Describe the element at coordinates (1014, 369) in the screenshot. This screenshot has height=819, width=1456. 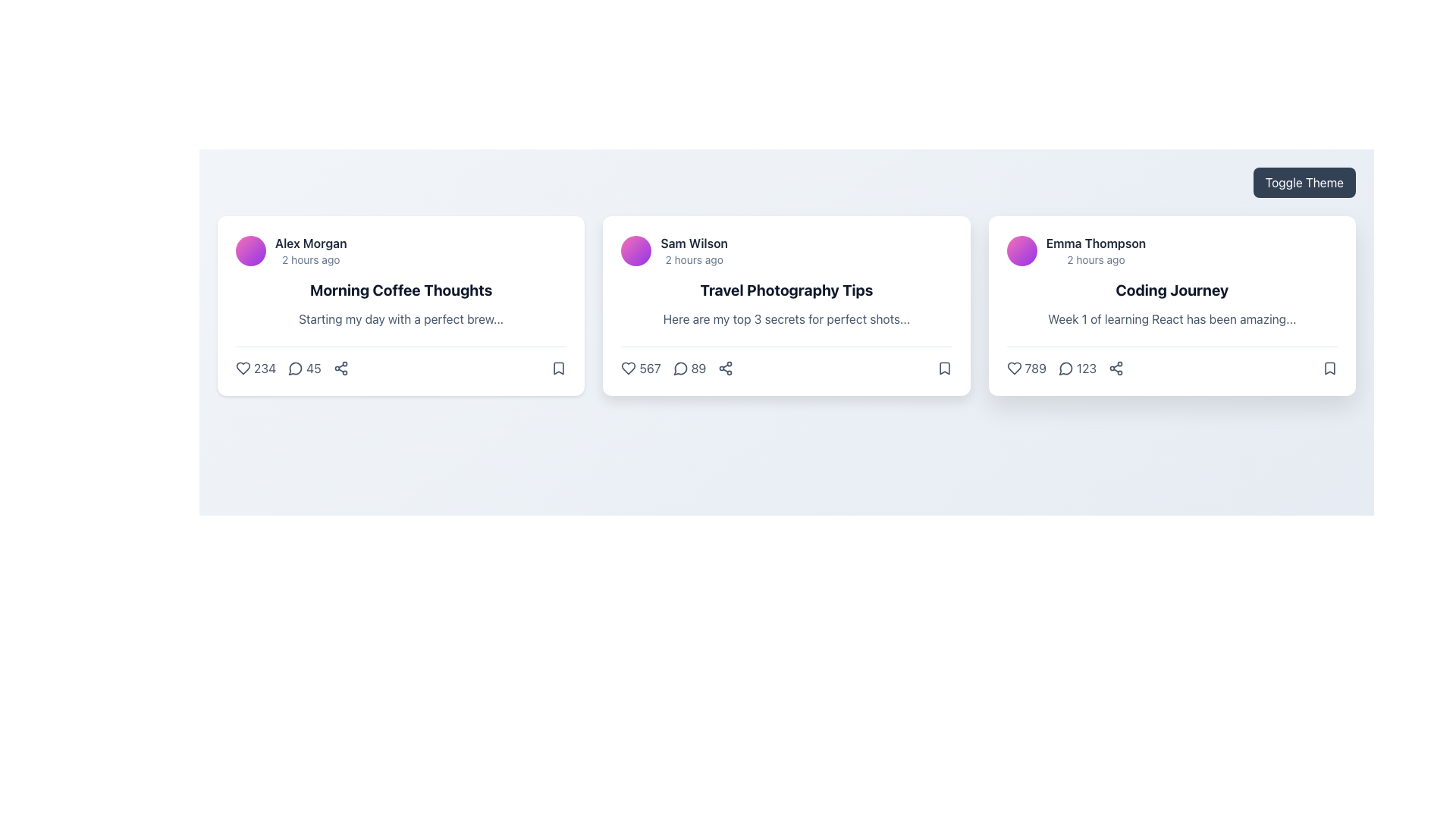
I see `the heart icon located in the bottom-left section of the third card` at that location.